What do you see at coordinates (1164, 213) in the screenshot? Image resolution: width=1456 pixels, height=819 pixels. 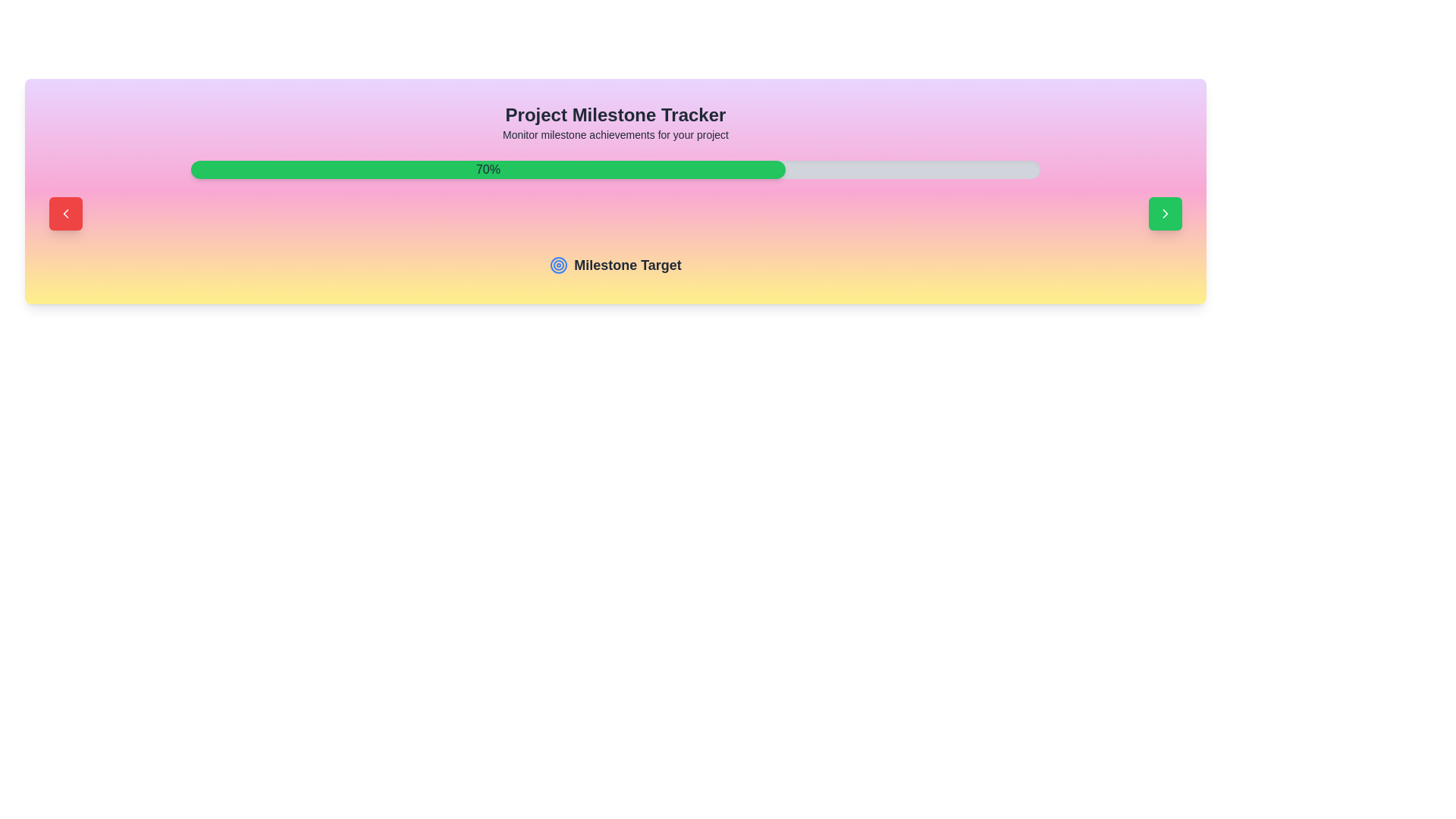 I see `the right-pointing arrow icon, which is styled as a stroke outline in a green square` at bounding box center [1164, 213].